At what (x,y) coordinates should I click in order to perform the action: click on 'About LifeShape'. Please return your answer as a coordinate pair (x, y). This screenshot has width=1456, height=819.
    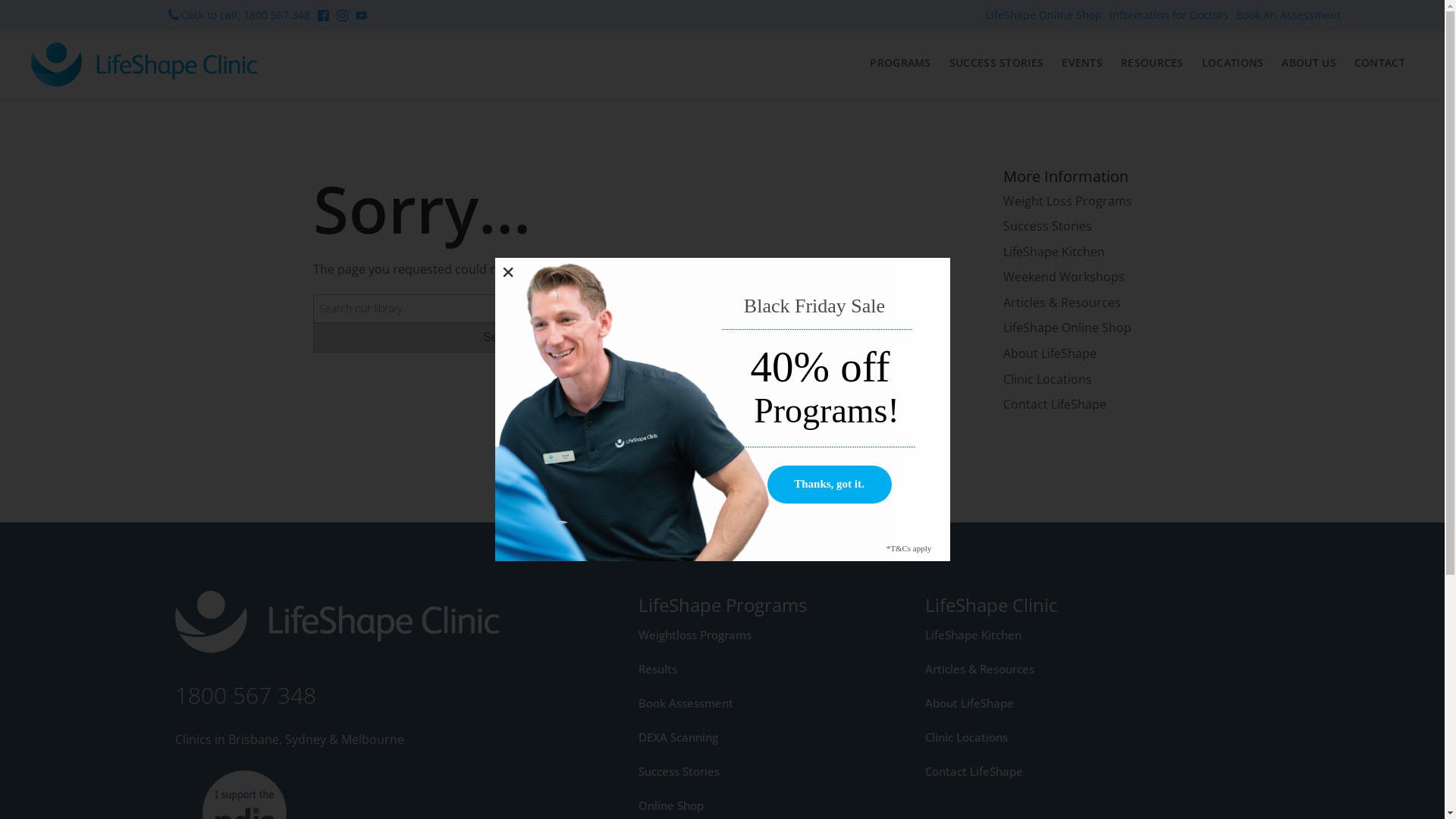
    Looking at the image, I should click on (1048, 353).